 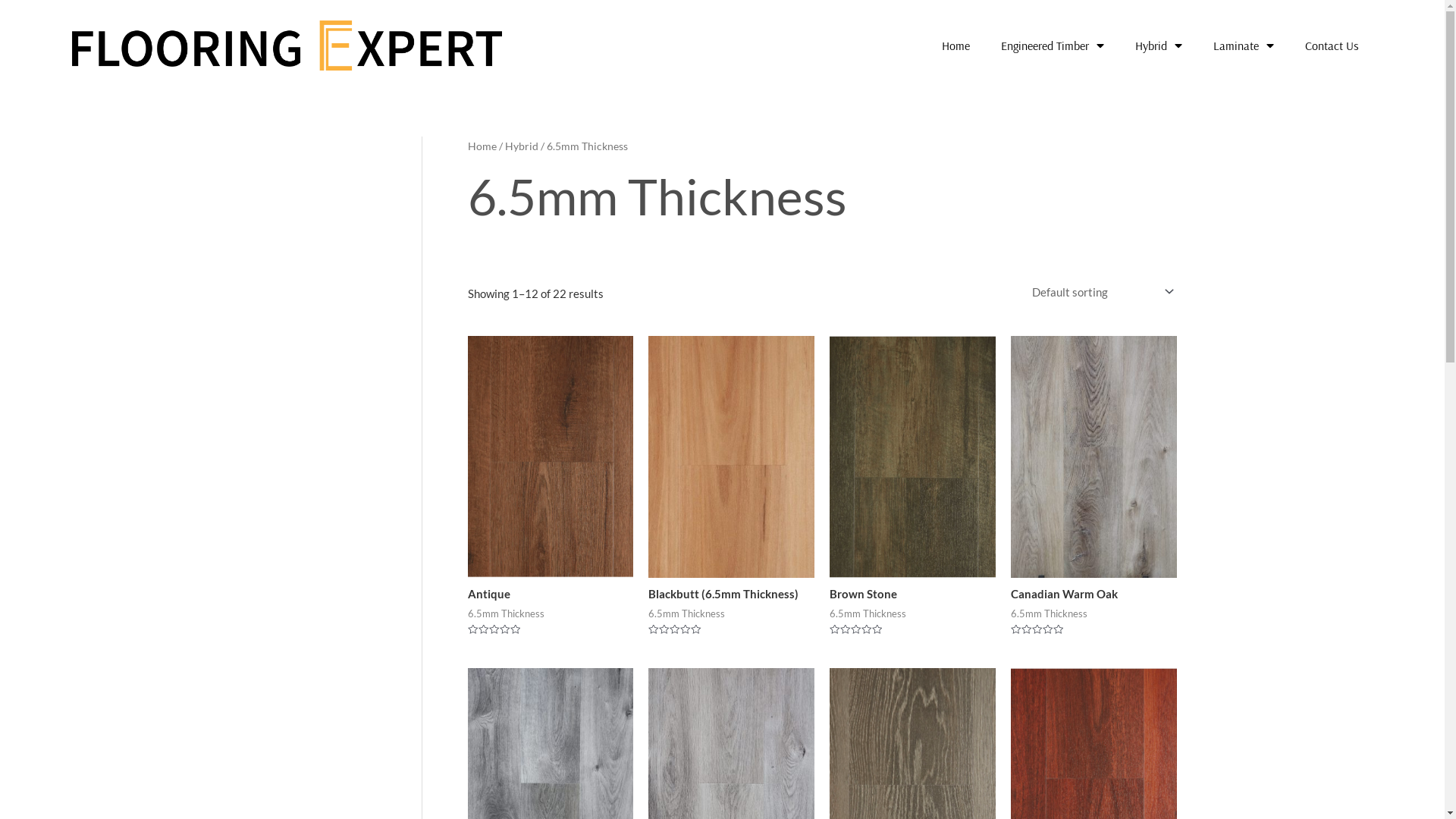 I want to click on 'Contact Us', so click(x=1331, y=45).